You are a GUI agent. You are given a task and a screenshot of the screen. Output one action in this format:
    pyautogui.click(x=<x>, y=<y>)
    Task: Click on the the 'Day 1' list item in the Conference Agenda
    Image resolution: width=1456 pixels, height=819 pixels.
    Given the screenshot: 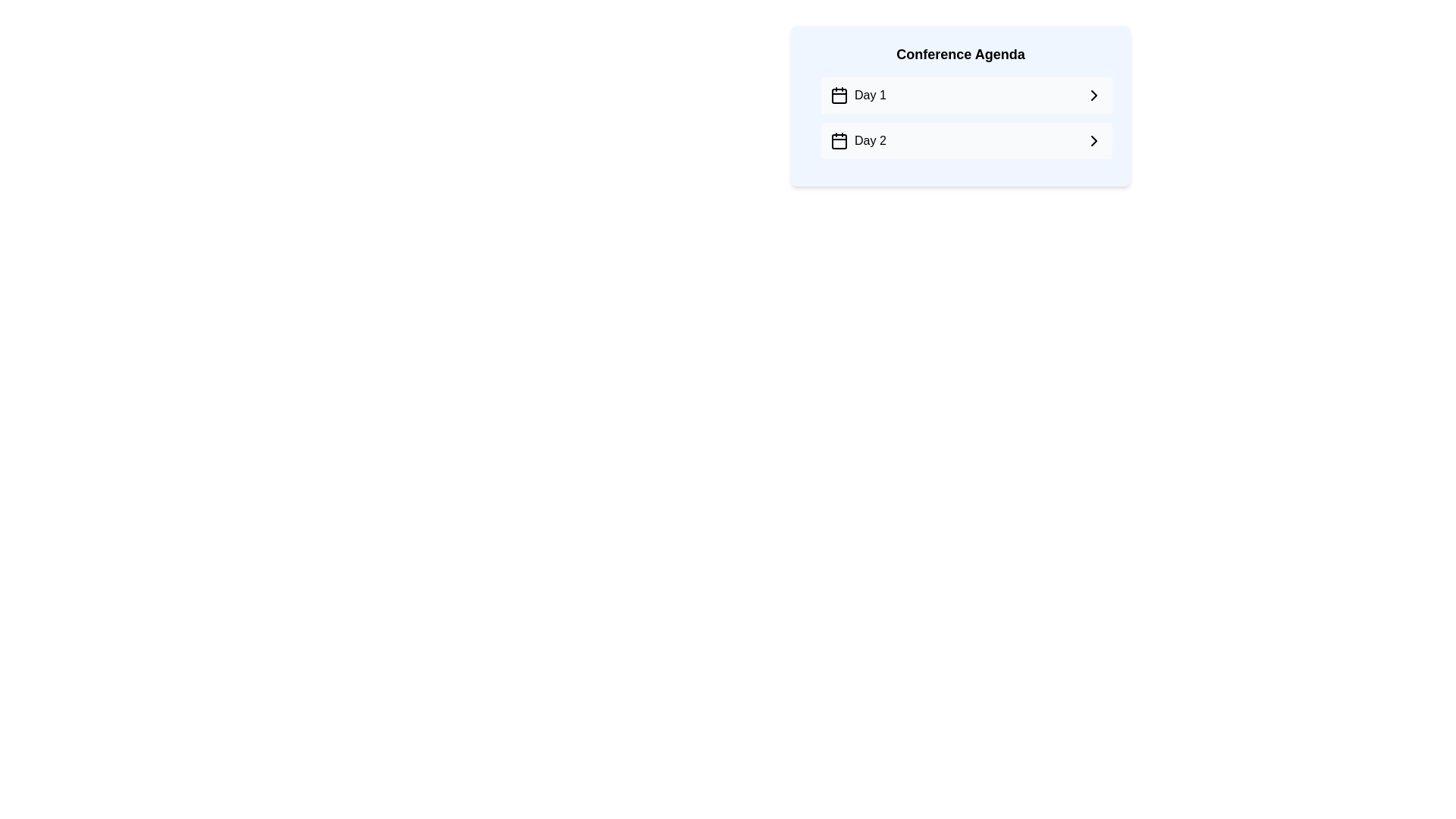 What is the action you would take?
    pyautogui.click(x=858, y=96)
    